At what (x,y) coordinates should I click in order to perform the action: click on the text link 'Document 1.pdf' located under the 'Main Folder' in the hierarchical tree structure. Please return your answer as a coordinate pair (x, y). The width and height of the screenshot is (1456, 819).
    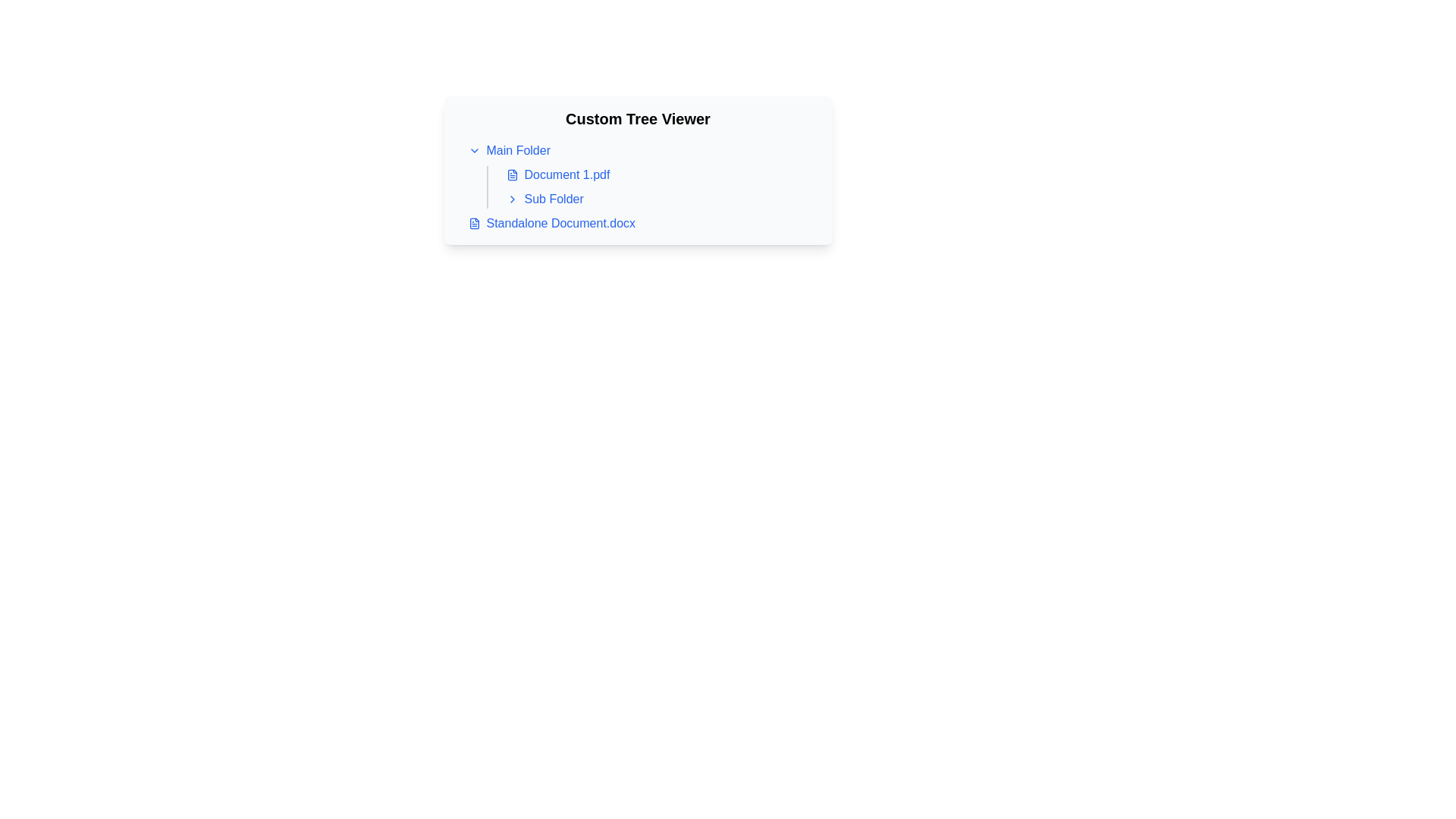
    Looking at the image, I should click on (566, 174).